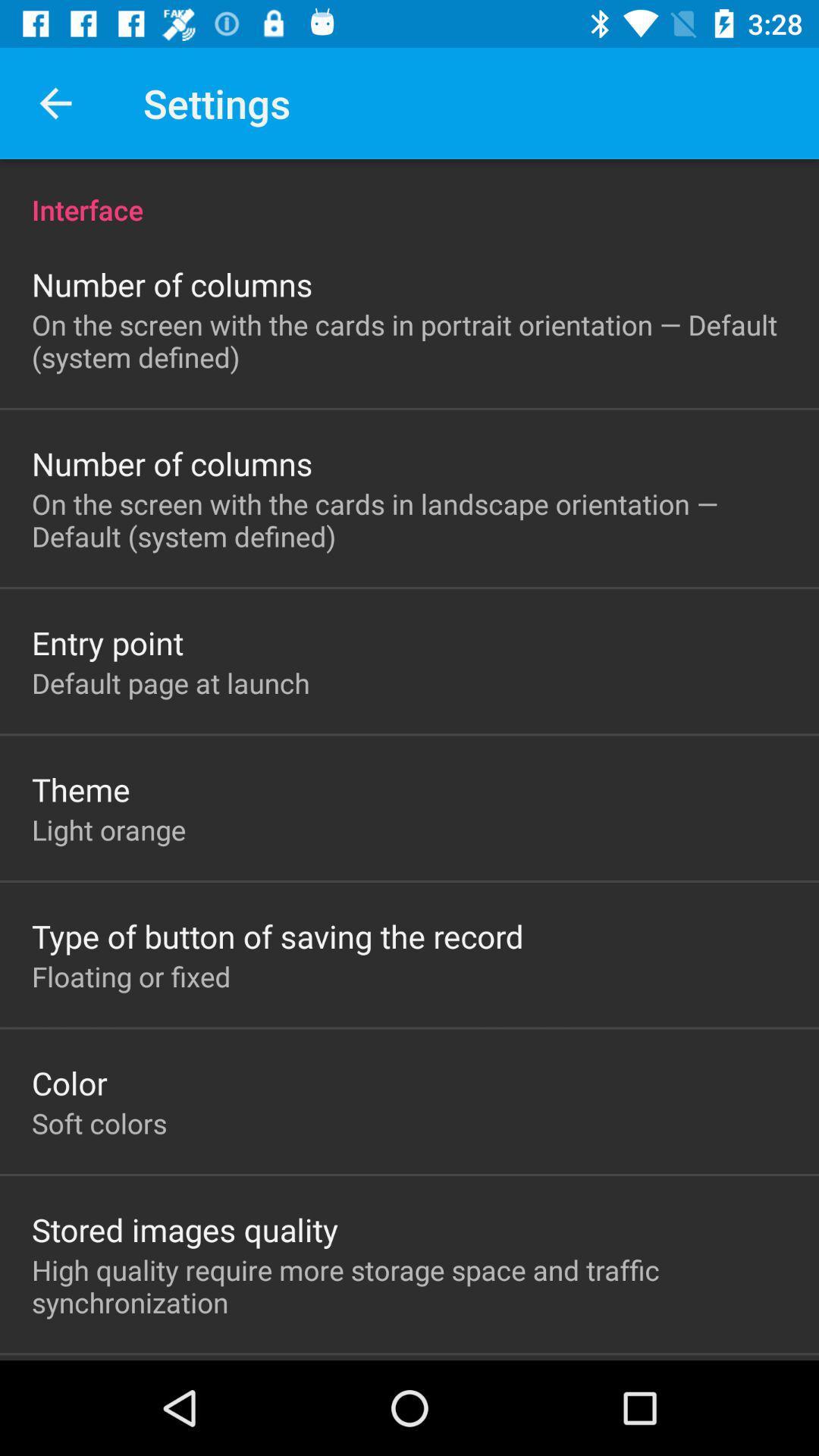  I want to click on icon above light orange, so click(80, 789).